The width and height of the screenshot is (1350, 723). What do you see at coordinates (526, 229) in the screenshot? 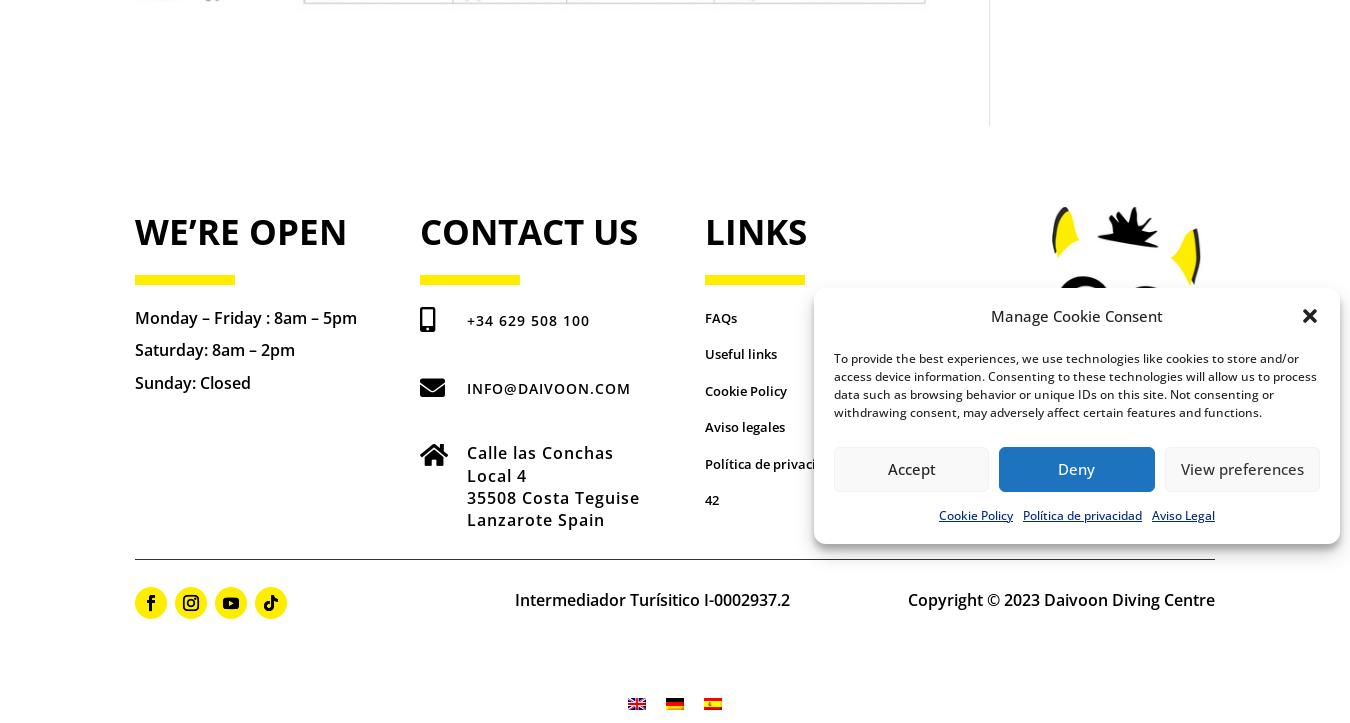
I see `'Contact us'` at bounding box center [526, 229].